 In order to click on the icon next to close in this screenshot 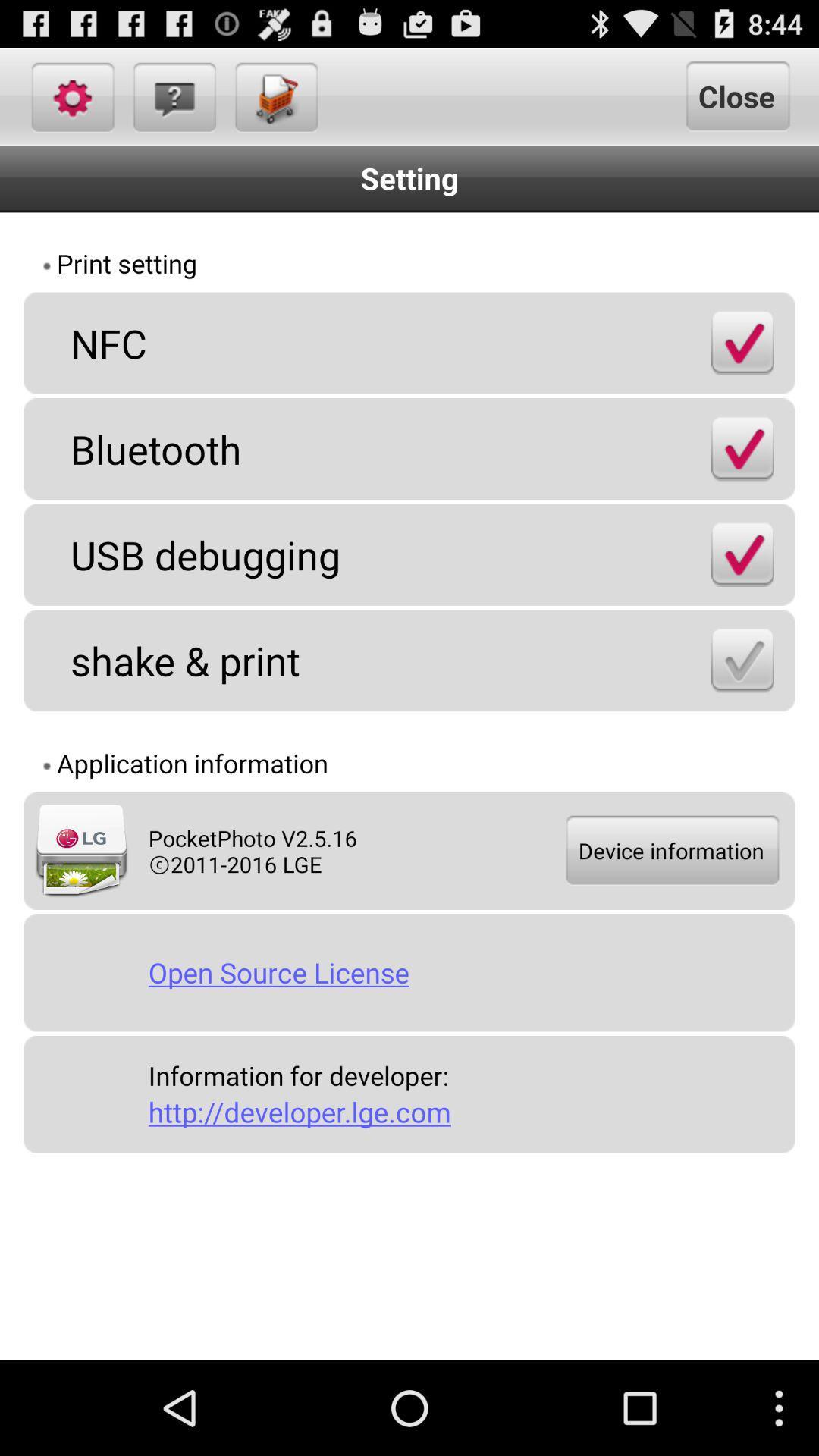, I will do `click(275, 96)`.